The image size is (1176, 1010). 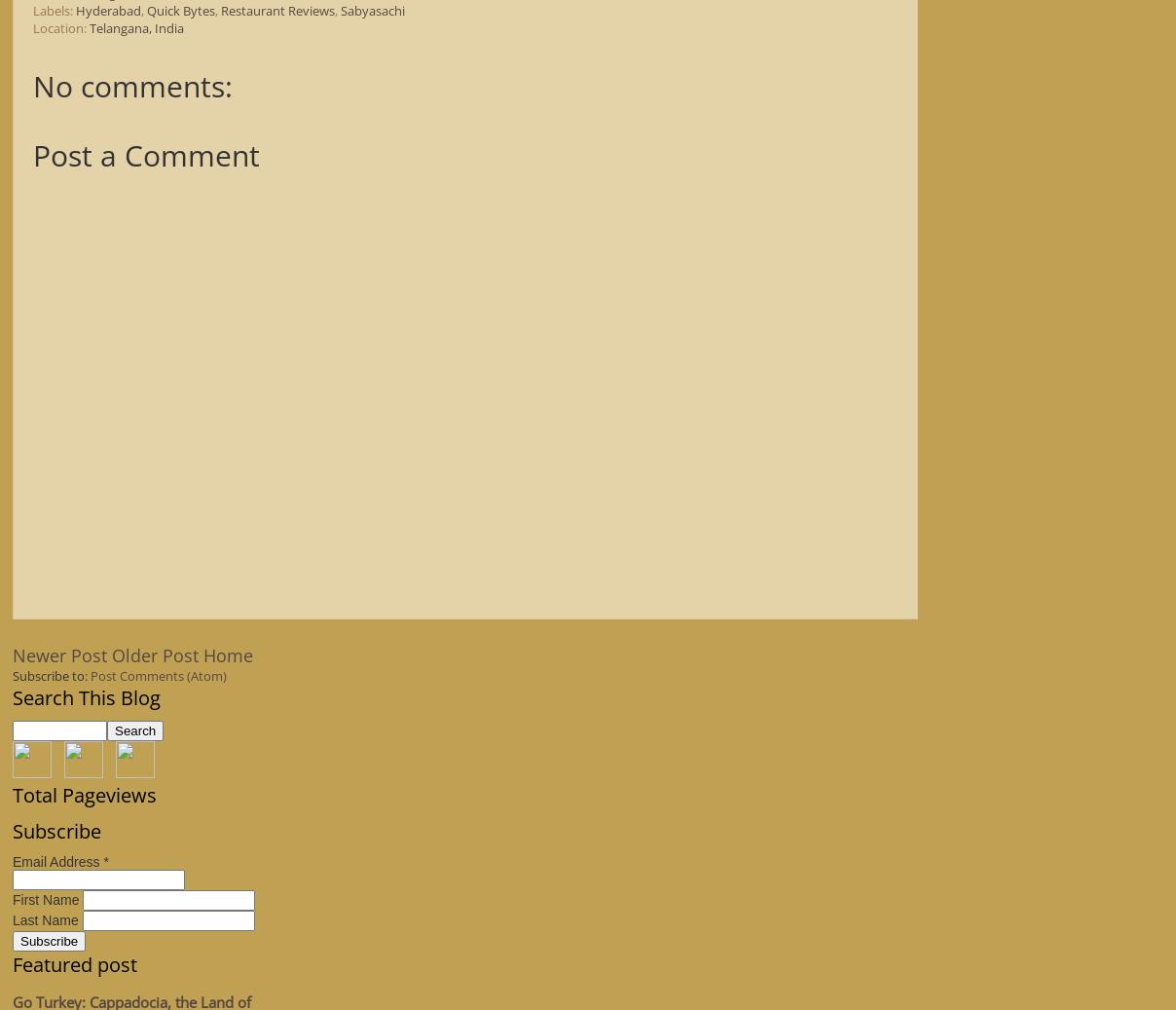 What do you see at coordinates (31, 153) in the screenshot?
I see `'Post a Comment'` at bounding box center [31, 153].